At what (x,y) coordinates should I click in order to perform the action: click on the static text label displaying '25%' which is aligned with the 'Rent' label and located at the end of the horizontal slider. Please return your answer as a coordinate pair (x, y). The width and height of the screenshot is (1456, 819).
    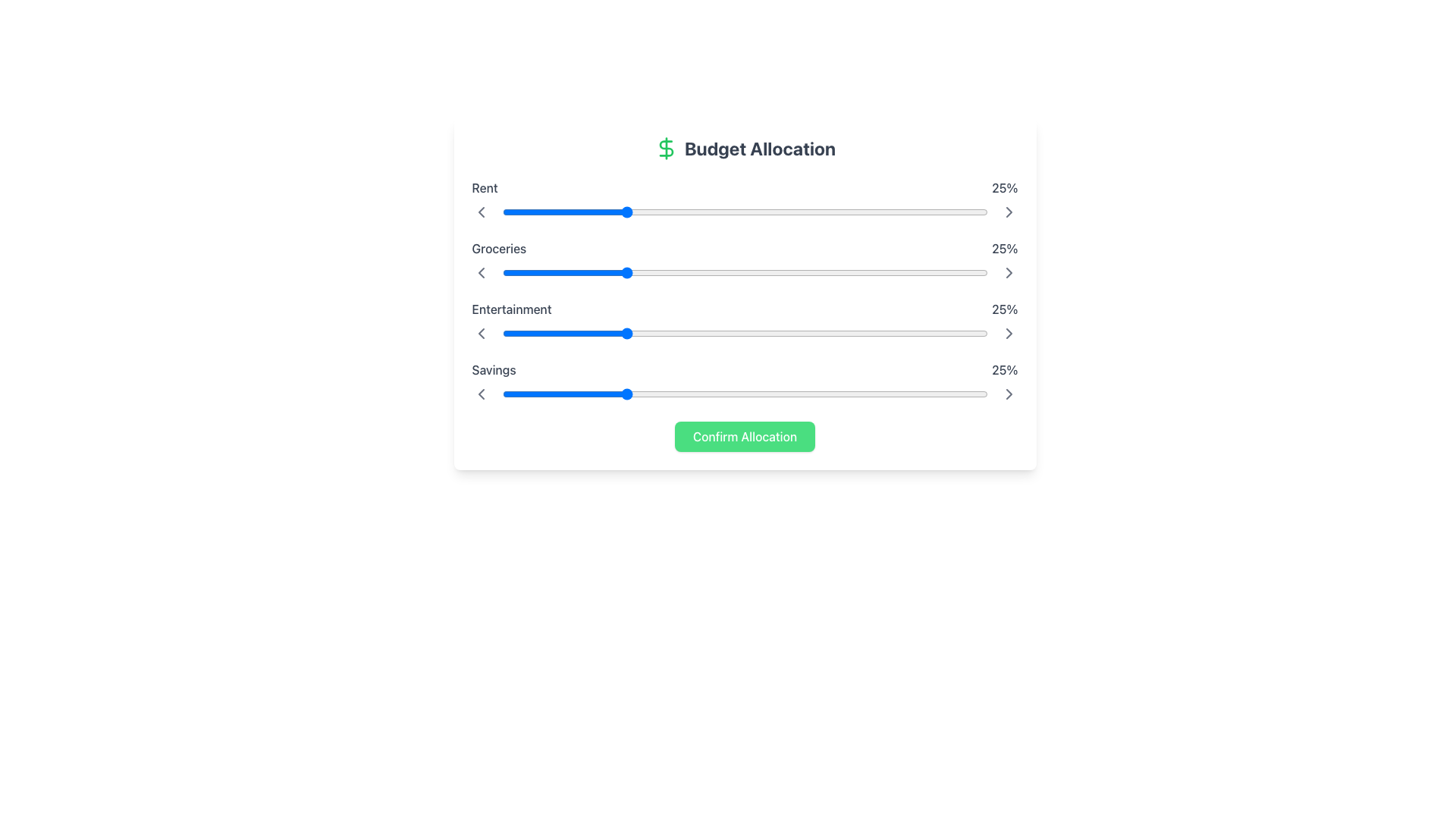
    Looking at the image, I should click on (1005, 187).